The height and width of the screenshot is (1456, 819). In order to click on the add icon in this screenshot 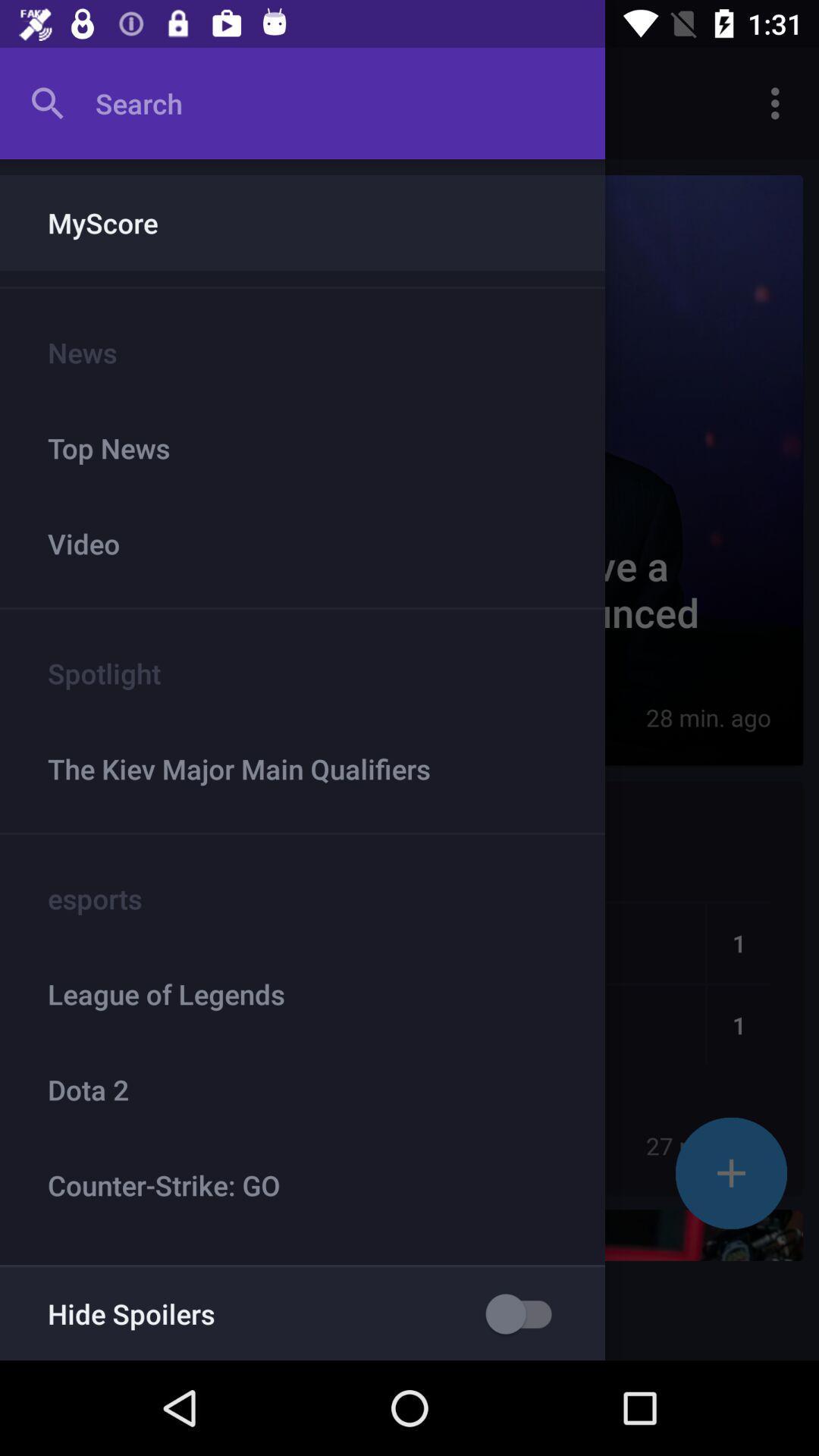, I will do `click(730, 1172)`.